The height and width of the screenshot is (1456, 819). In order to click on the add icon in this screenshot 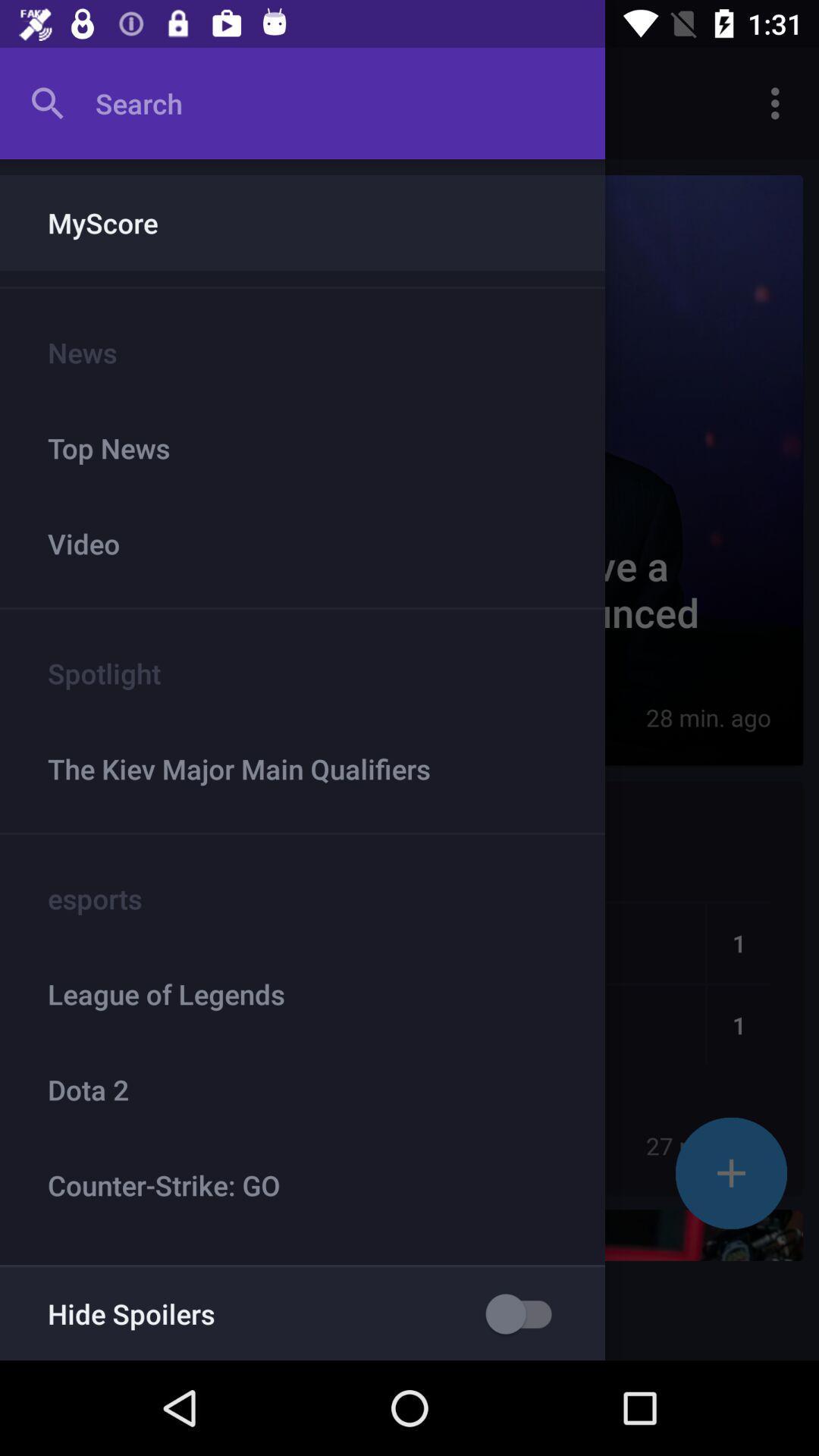, I will do `click(730, 1172)`.